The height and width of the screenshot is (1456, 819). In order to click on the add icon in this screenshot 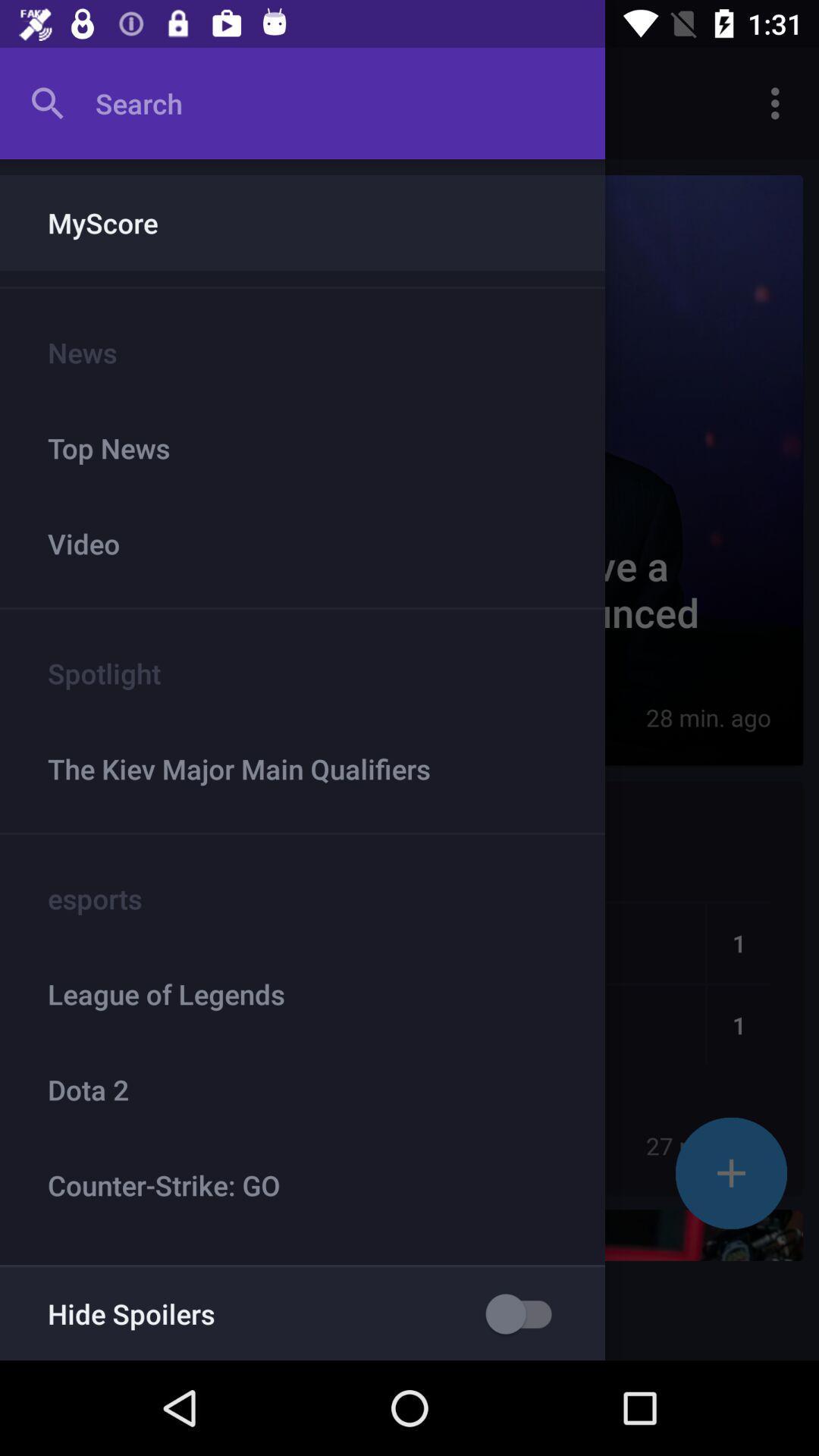, I will do `click(730, 1172)`.